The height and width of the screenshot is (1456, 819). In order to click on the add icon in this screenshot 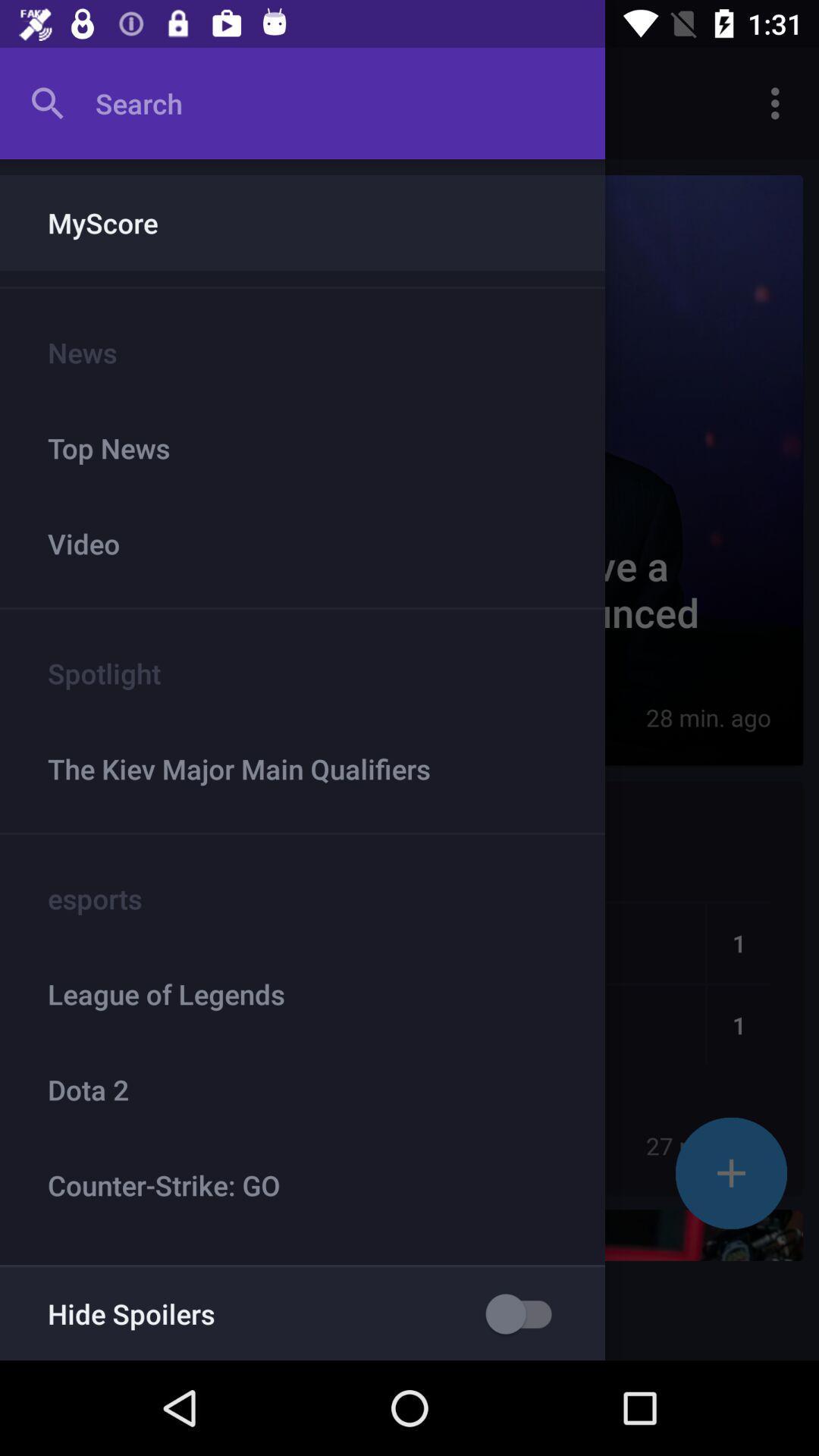, I will do `click(730, 1172)`.